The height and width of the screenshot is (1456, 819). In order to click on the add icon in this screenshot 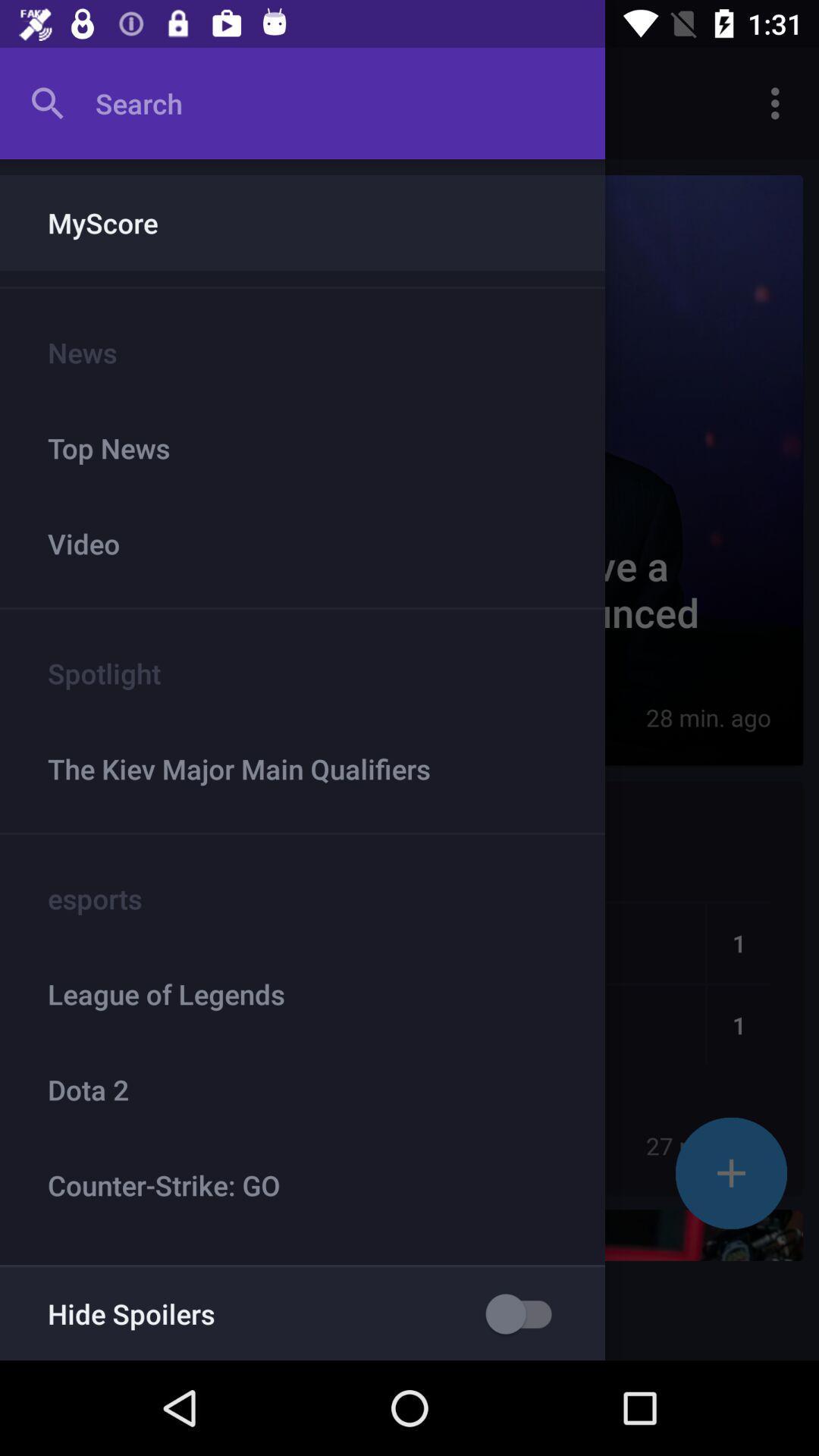, I will do `click(730, 1172)`.